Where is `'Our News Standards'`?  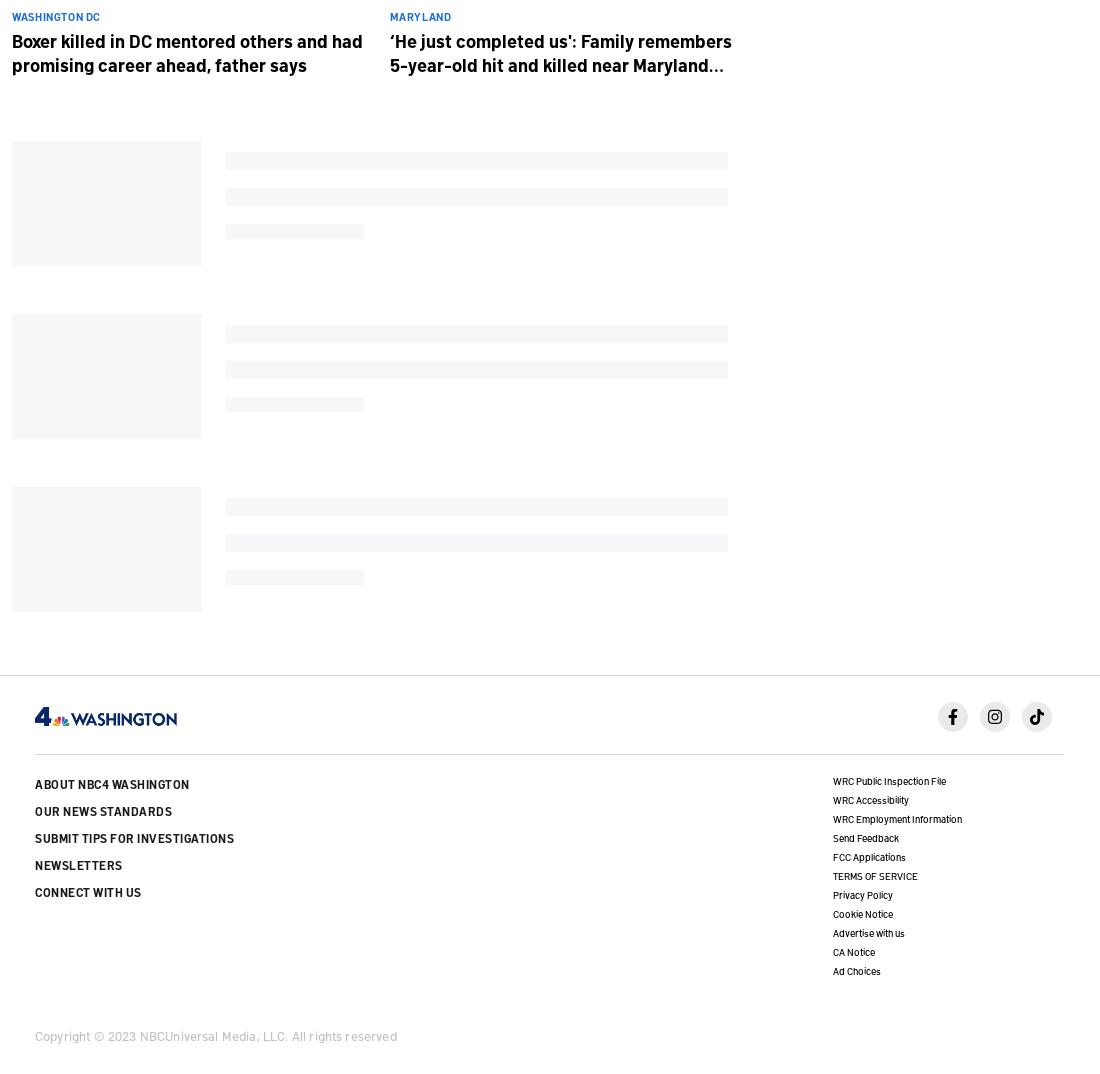
'Our News Standards' is located at coordinates (103, 810).